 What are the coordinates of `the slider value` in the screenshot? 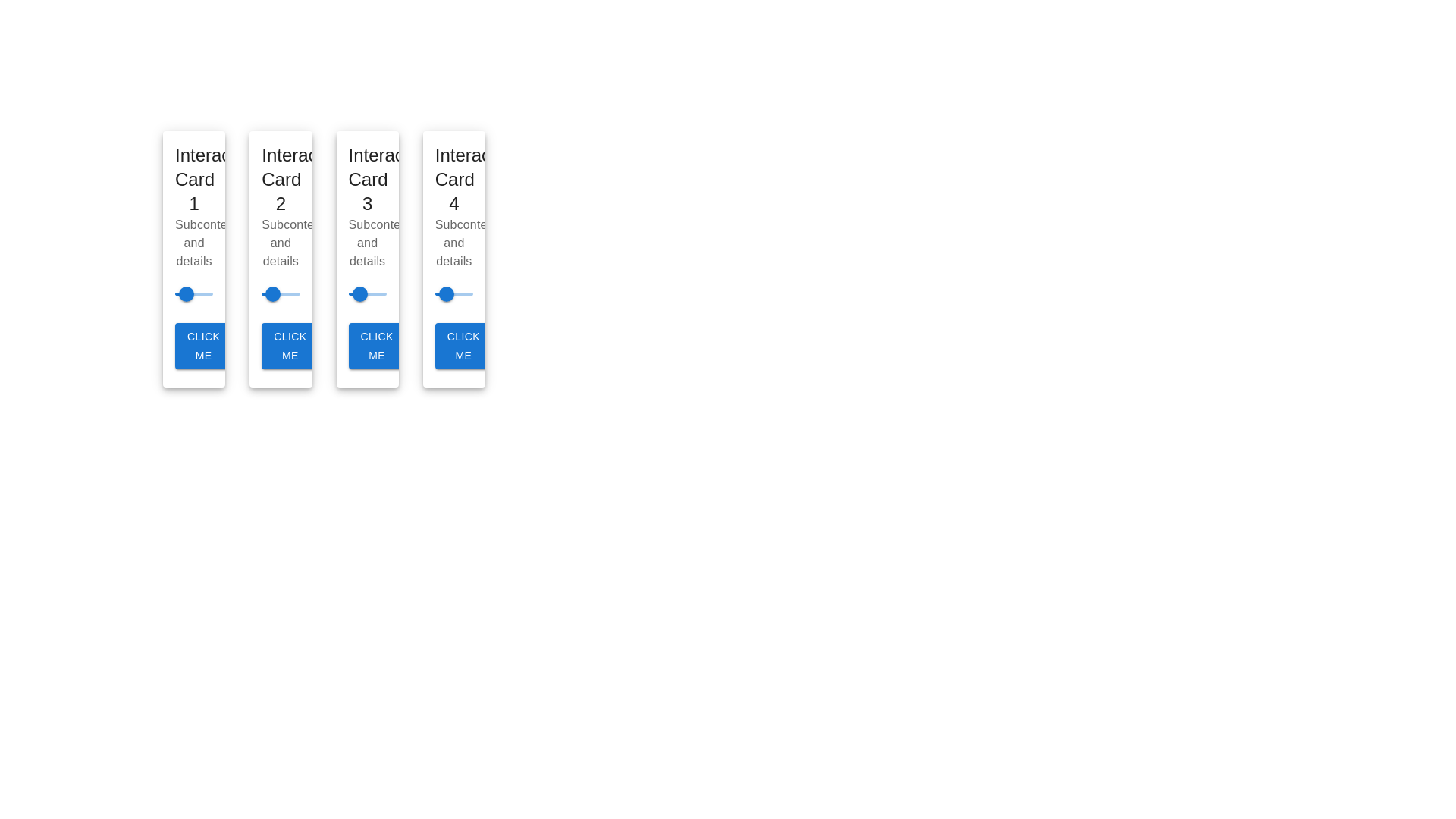 It's located at (366, 294).